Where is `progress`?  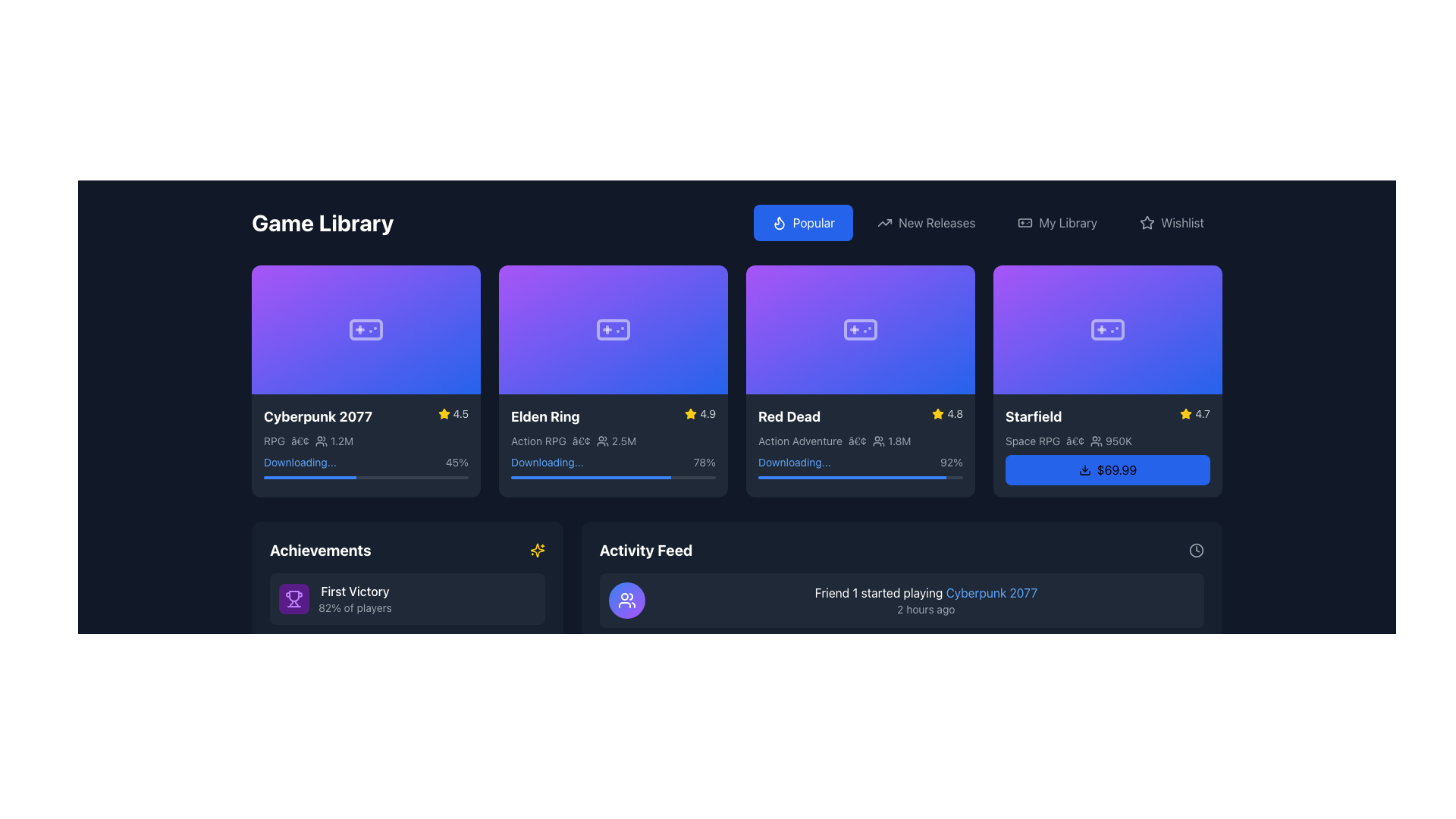 progress is located at coordinates (352, 328).